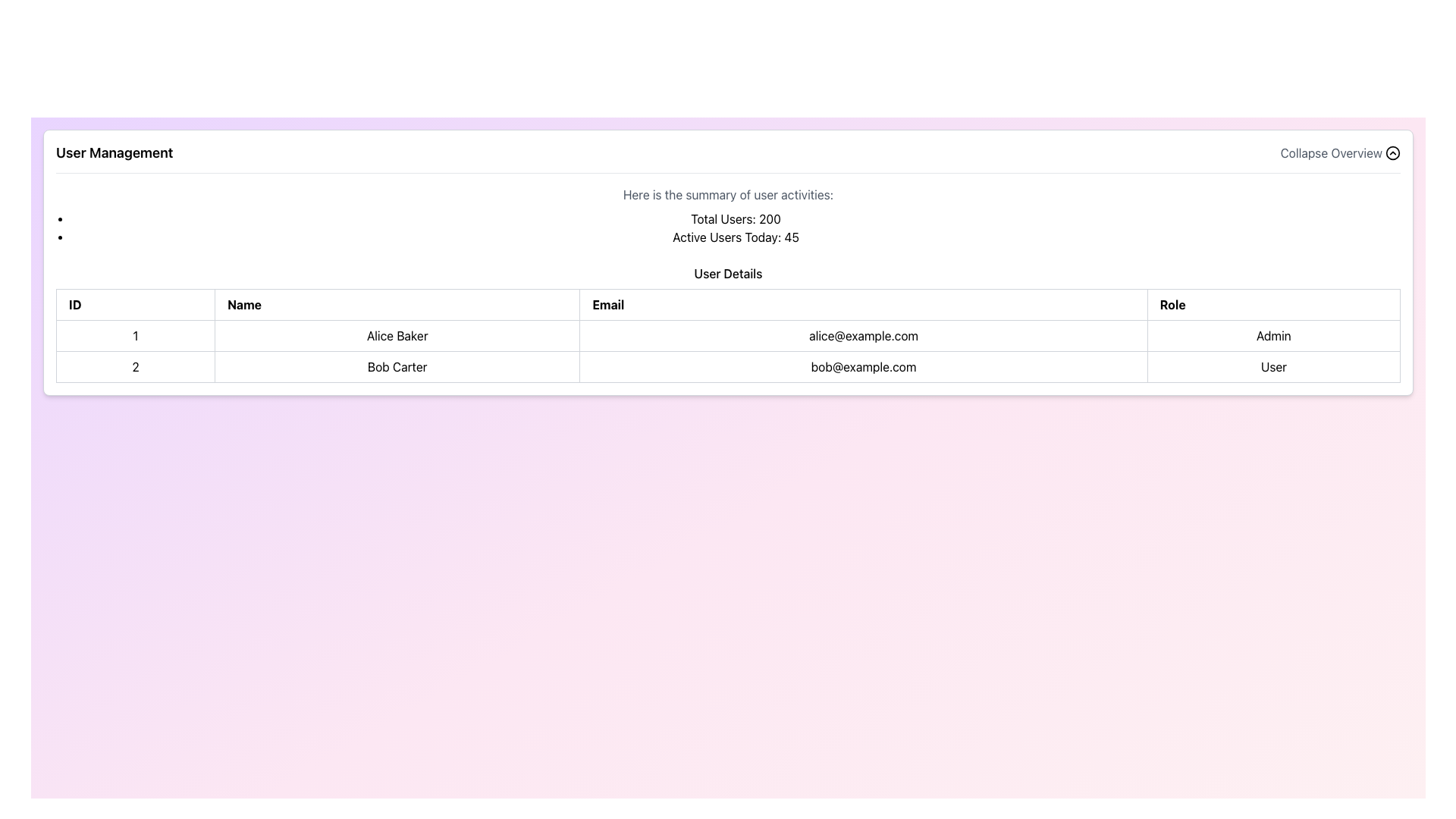 The image size is (1456, 819). What do you see at coordinates (736, 227) in the screenshot?
I see `the text block displaying user statistics, which includes 'Total Users: 200' and 'Active Users Today: 45', located below the summary text on the user management page` at bounding box center [736, 227].